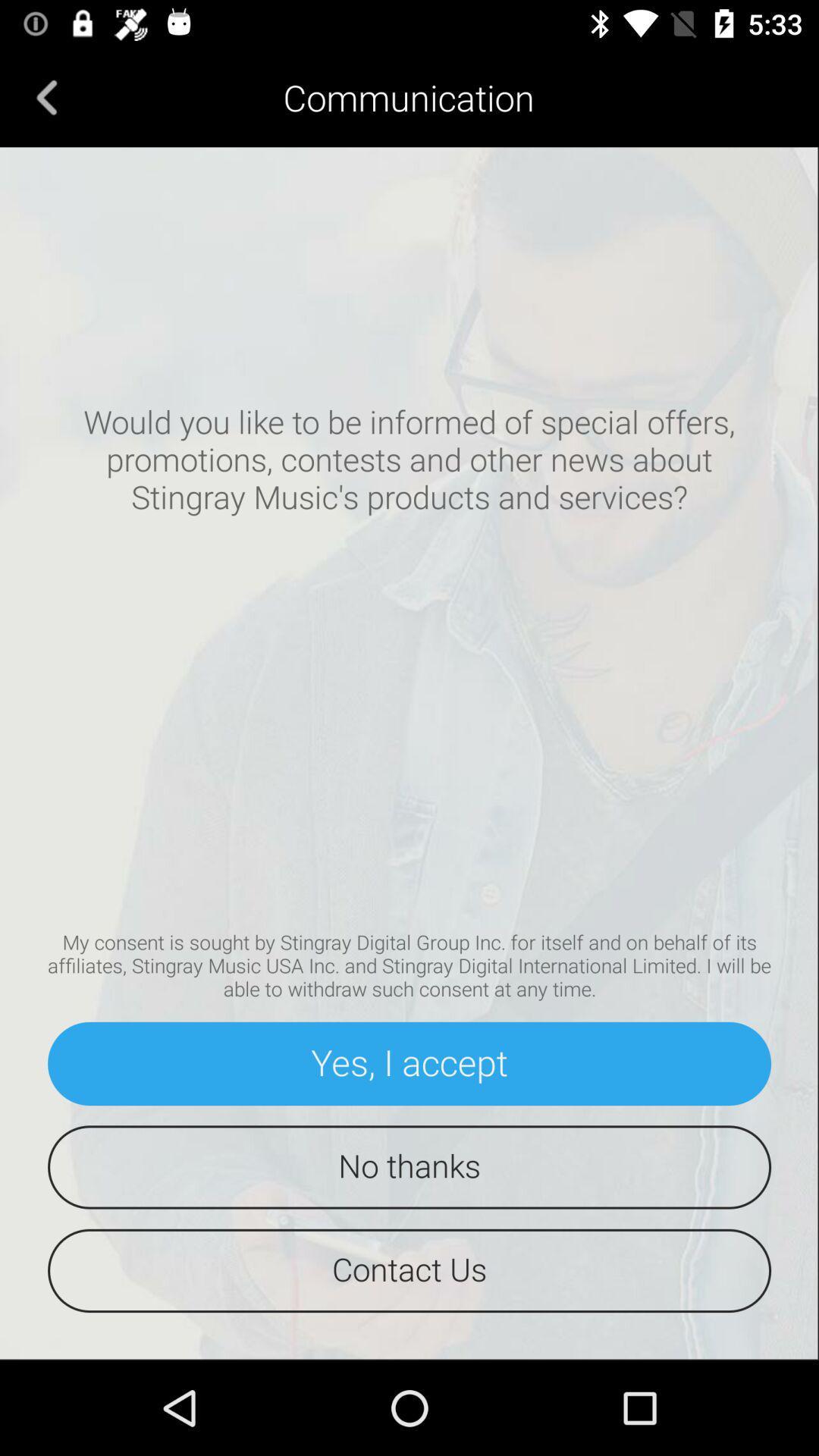 The height and width of the screenshot is (1456, 819). I want to click on contact us item, so click(409, 1270).